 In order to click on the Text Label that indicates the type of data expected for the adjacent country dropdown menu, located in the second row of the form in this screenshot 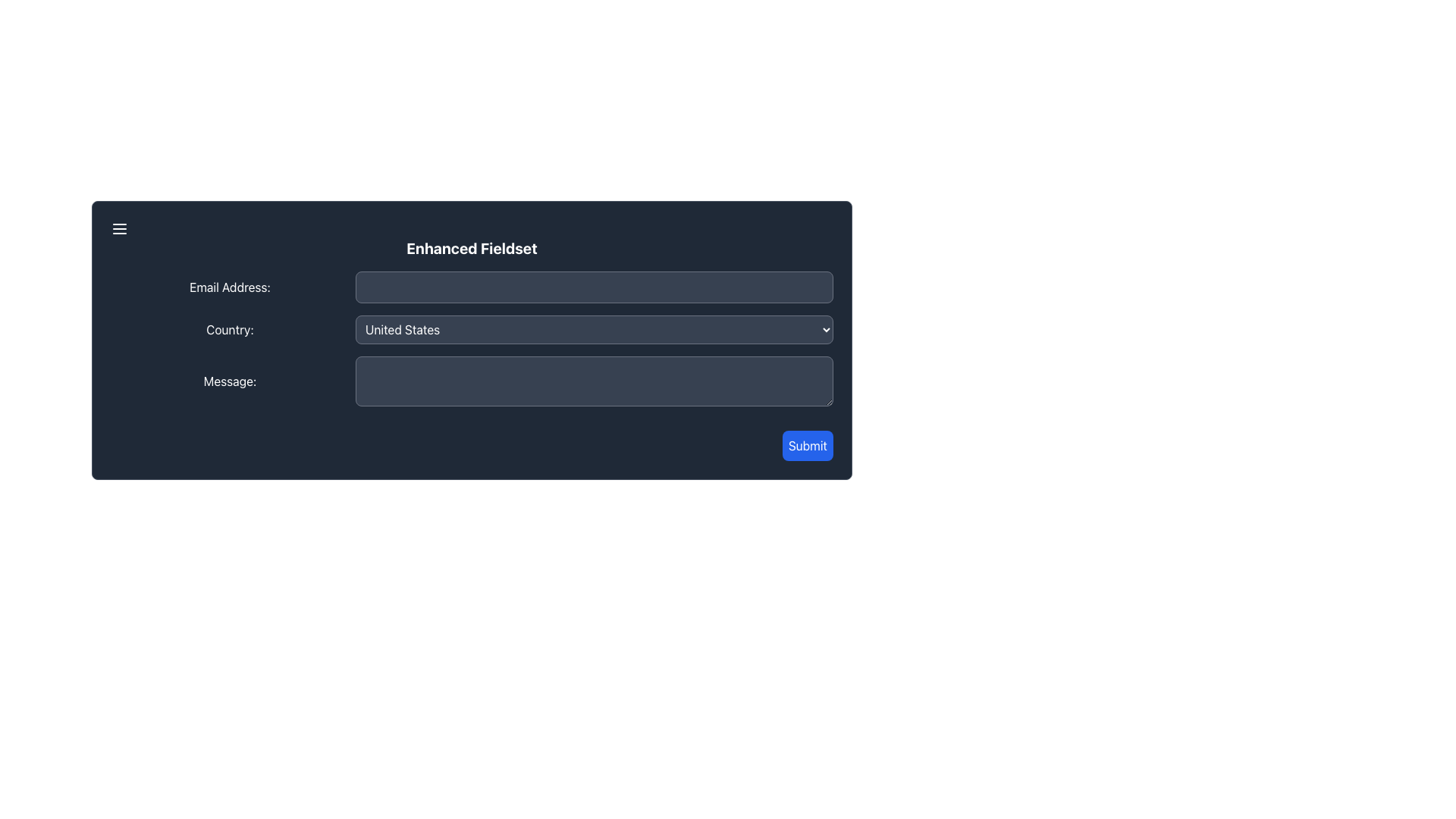, I will do `click(229, 329)`.